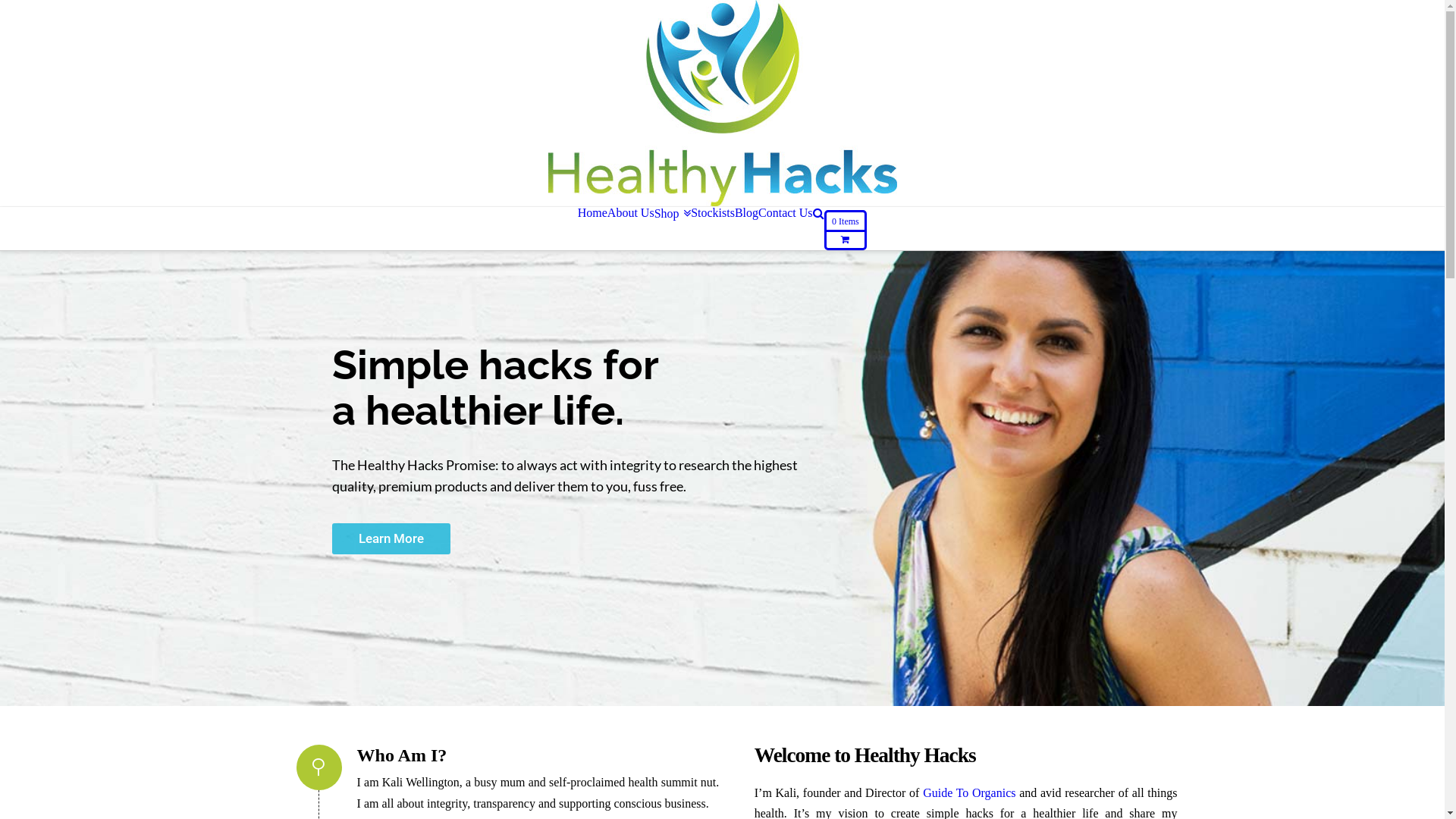 This screenshot has height=819, width=1456. What do you see at coordinates (630, 213) in the screenshot?
I see `'About Us'` at bounding box center [630, 213].